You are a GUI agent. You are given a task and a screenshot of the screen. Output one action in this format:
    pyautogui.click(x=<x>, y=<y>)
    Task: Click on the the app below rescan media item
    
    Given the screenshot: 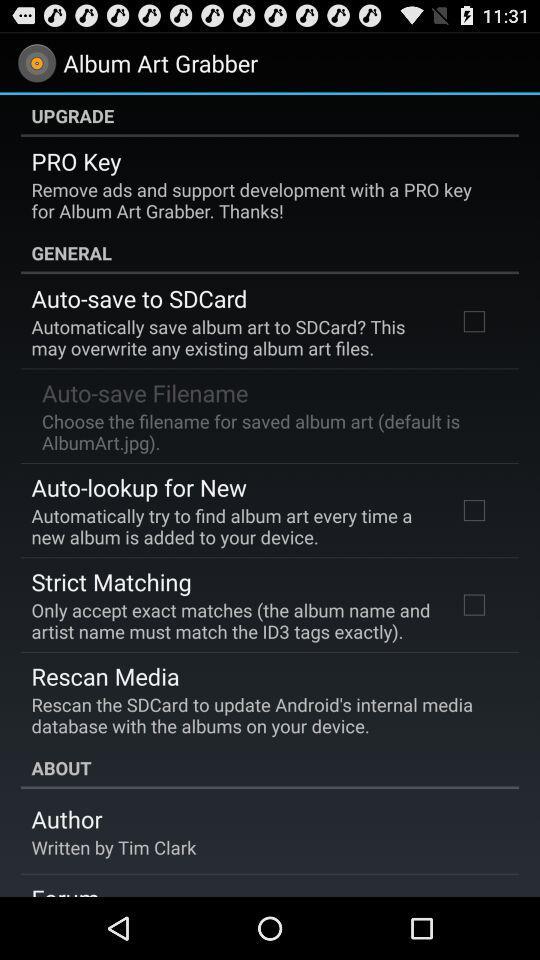 What is the action you would take?
    pyautogui.click(x=263, y=715)
    